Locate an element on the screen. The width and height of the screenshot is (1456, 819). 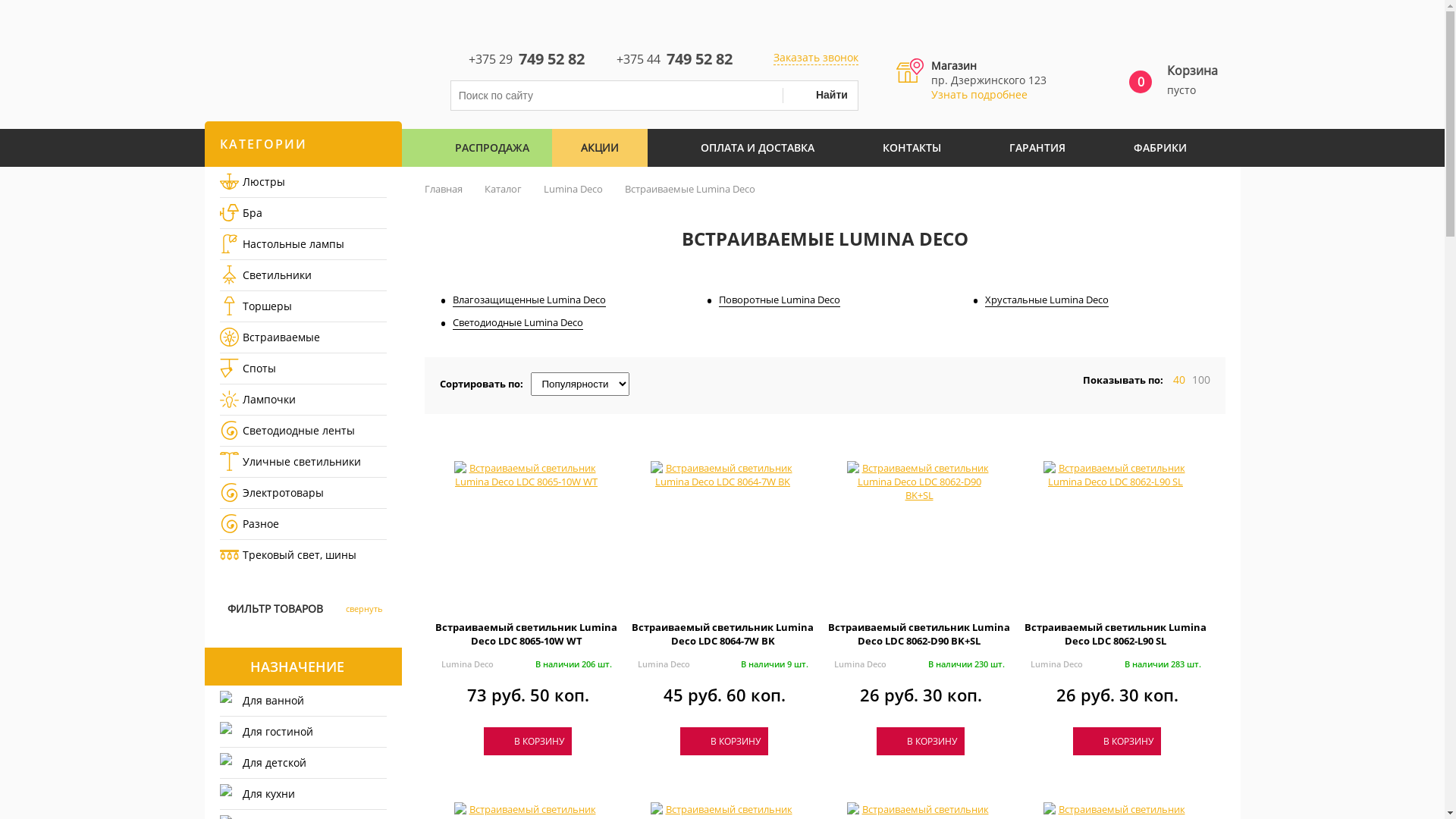
'+375 44 749 52 82' is located at coordinates (663, 57).